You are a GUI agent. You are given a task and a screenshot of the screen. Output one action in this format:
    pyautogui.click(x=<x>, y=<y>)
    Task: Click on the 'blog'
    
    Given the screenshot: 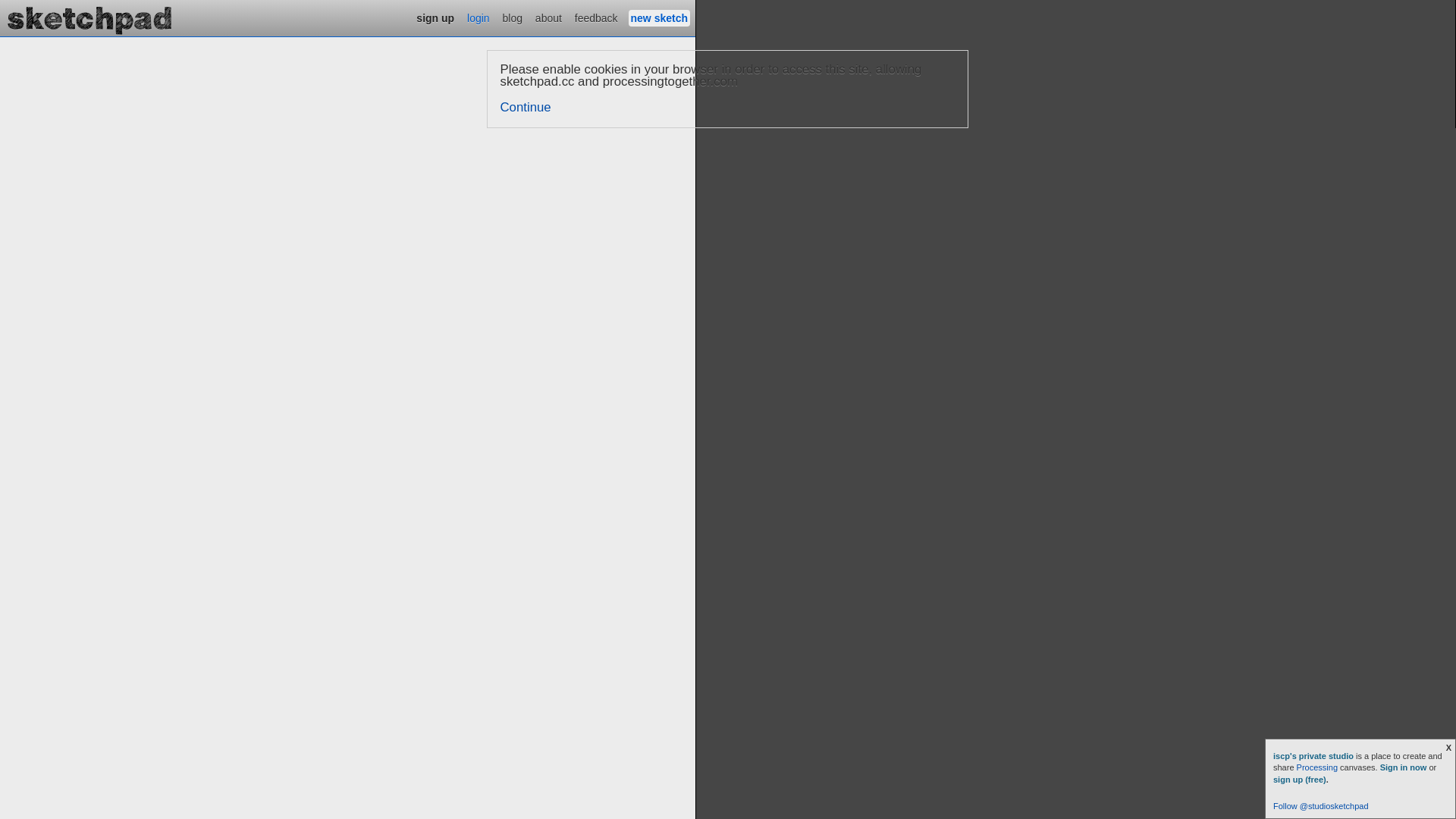 What is the action you would take?
    pyautogui.click(x=513, y=17)
    